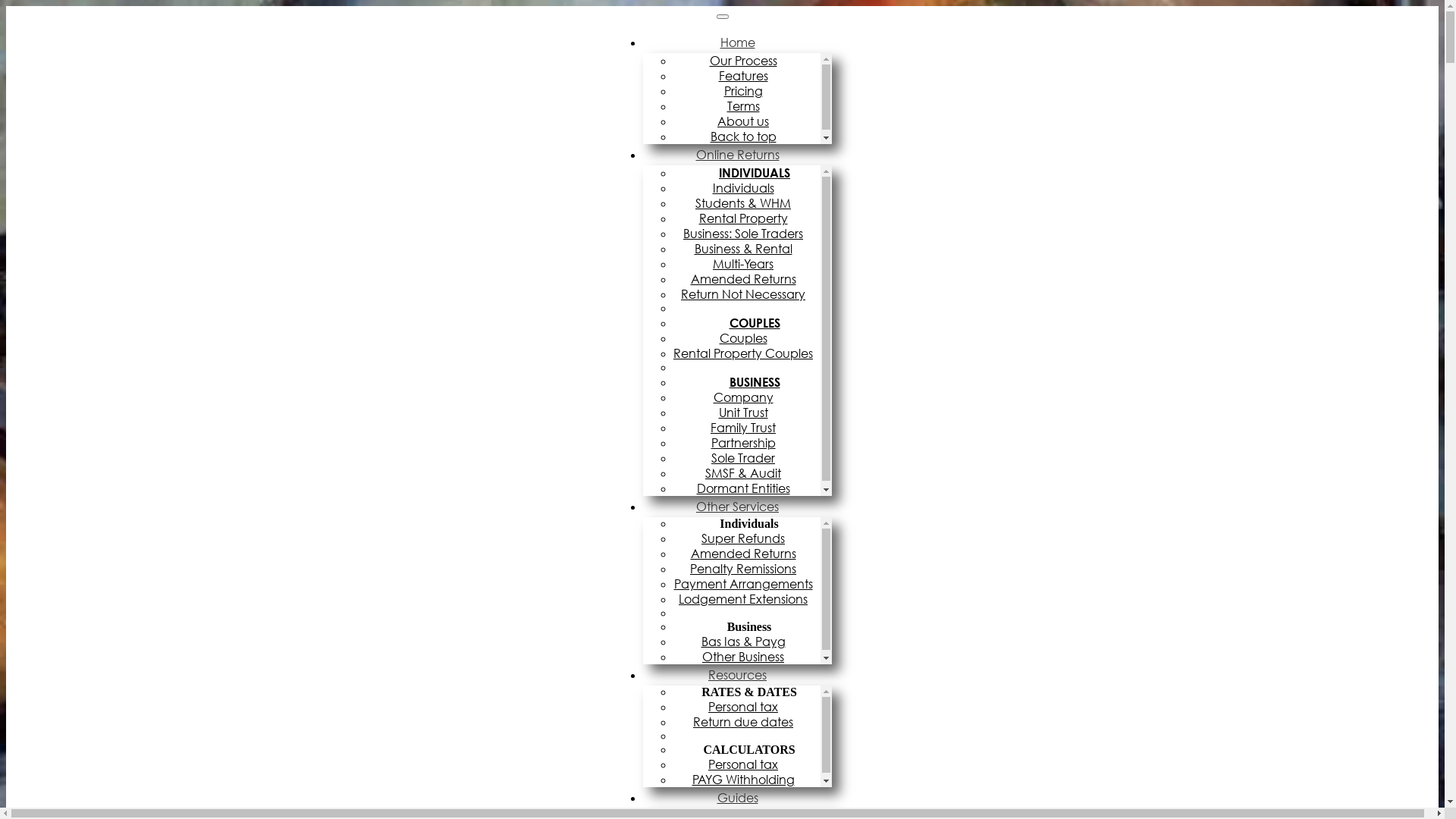  I want to click on 'Other Services', so click(737, 506).